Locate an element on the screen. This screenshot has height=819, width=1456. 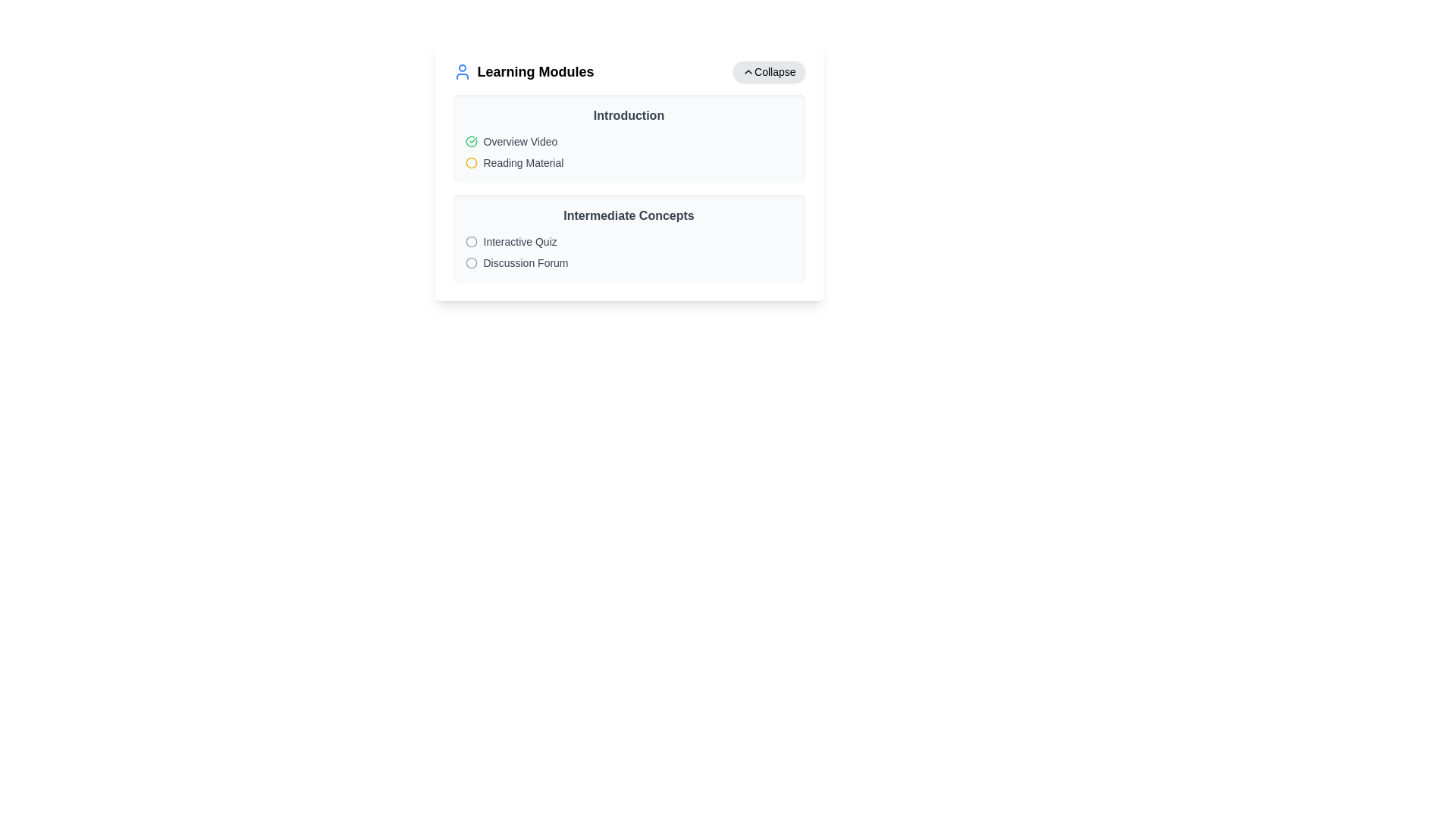
the text element labeled 'Interactive Quiz' located in the 'Intermediate Concepts' section of the 'Learning Modules' interface, positioned to the right of a gray circular icon is located at coordinates (520, 241).